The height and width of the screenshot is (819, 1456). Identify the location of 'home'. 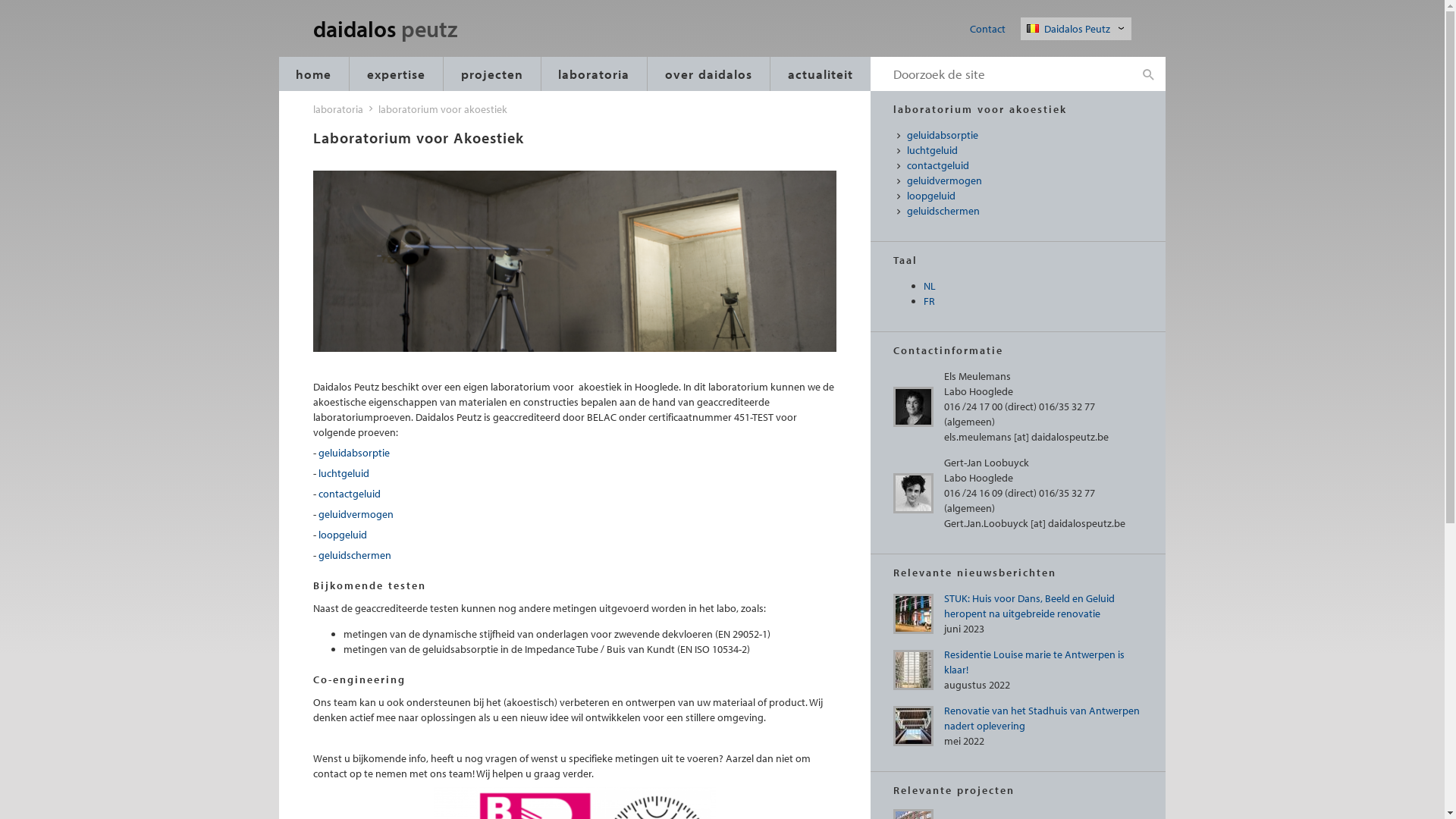
(313, 74).